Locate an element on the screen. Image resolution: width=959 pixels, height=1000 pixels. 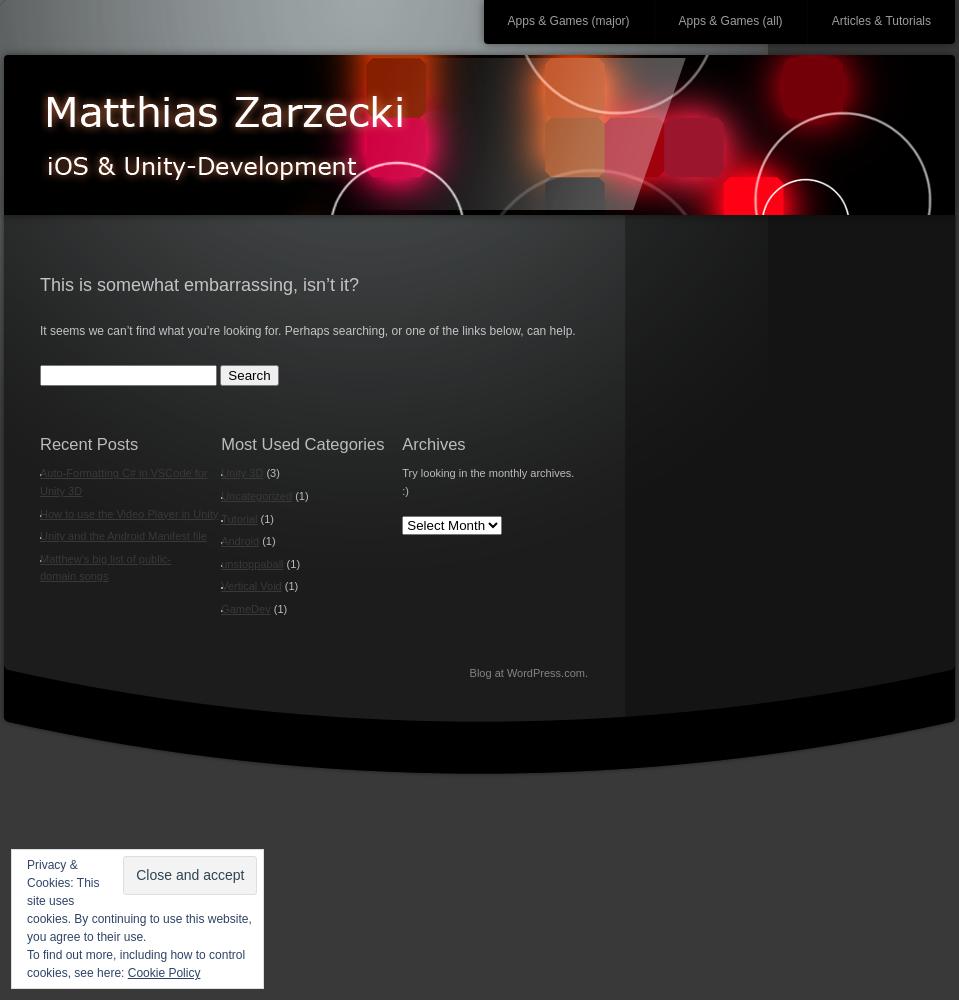
'Unity 3D' is located at coordinates (241, 472).